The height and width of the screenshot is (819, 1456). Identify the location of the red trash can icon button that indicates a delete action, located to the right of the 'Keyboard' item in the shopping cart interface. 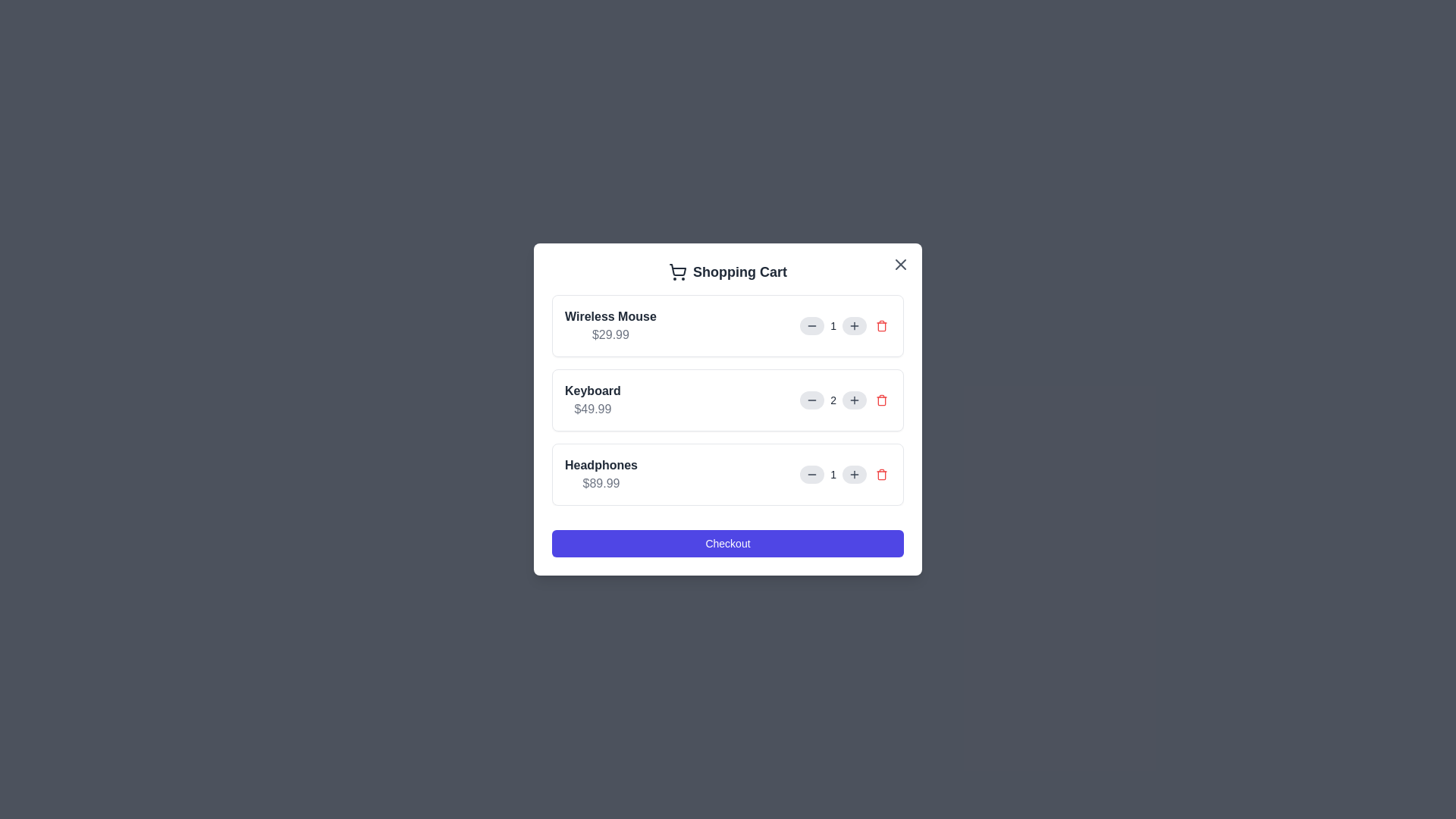
(881, 400).